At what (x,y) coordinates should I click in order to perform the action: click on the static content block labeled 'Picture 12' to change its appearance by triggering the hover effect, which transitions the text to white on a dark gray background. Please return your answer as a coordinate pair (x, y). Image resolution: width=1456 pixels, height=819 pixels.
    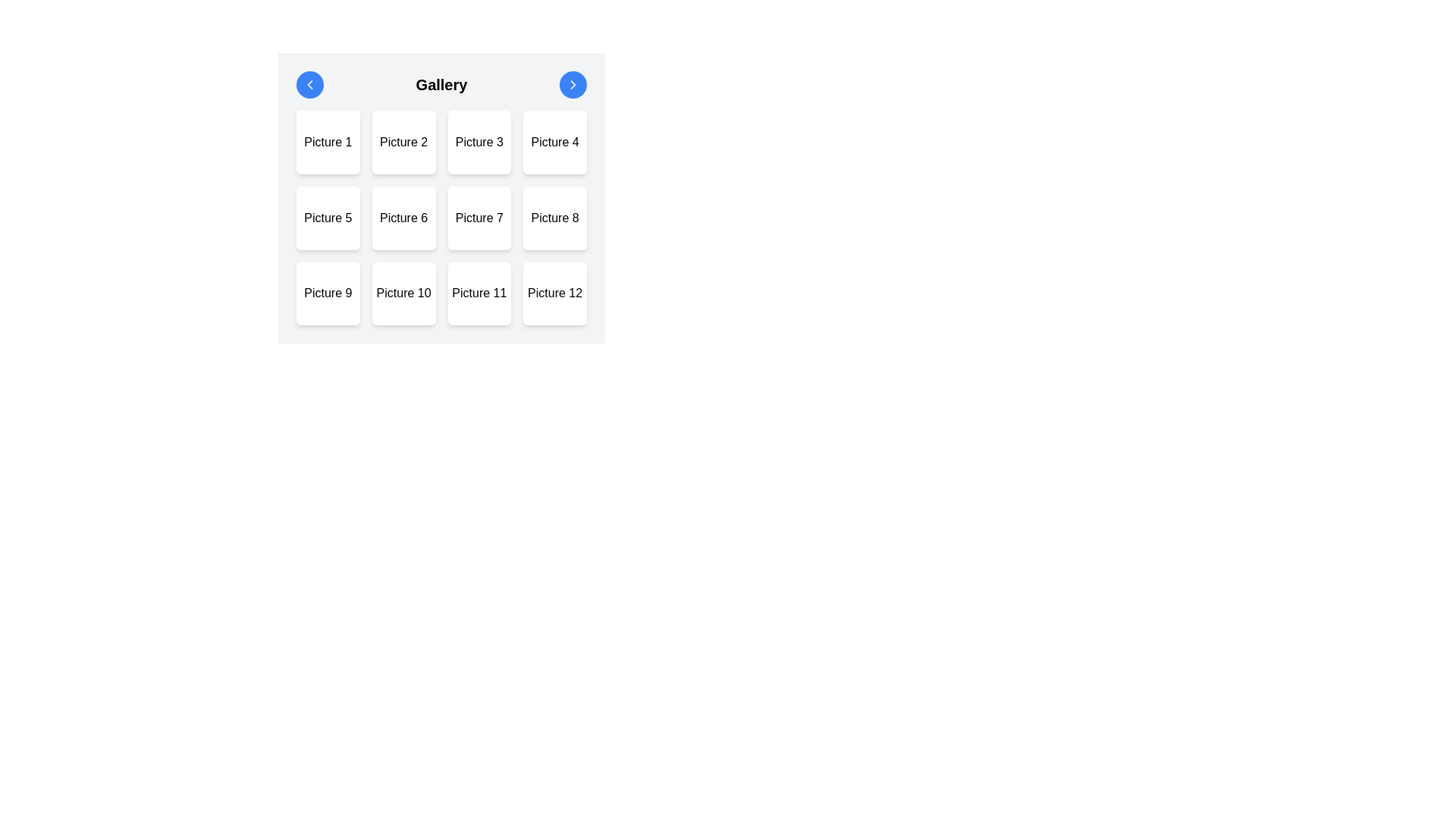
    Looking at the image, I should click on (554, 293).